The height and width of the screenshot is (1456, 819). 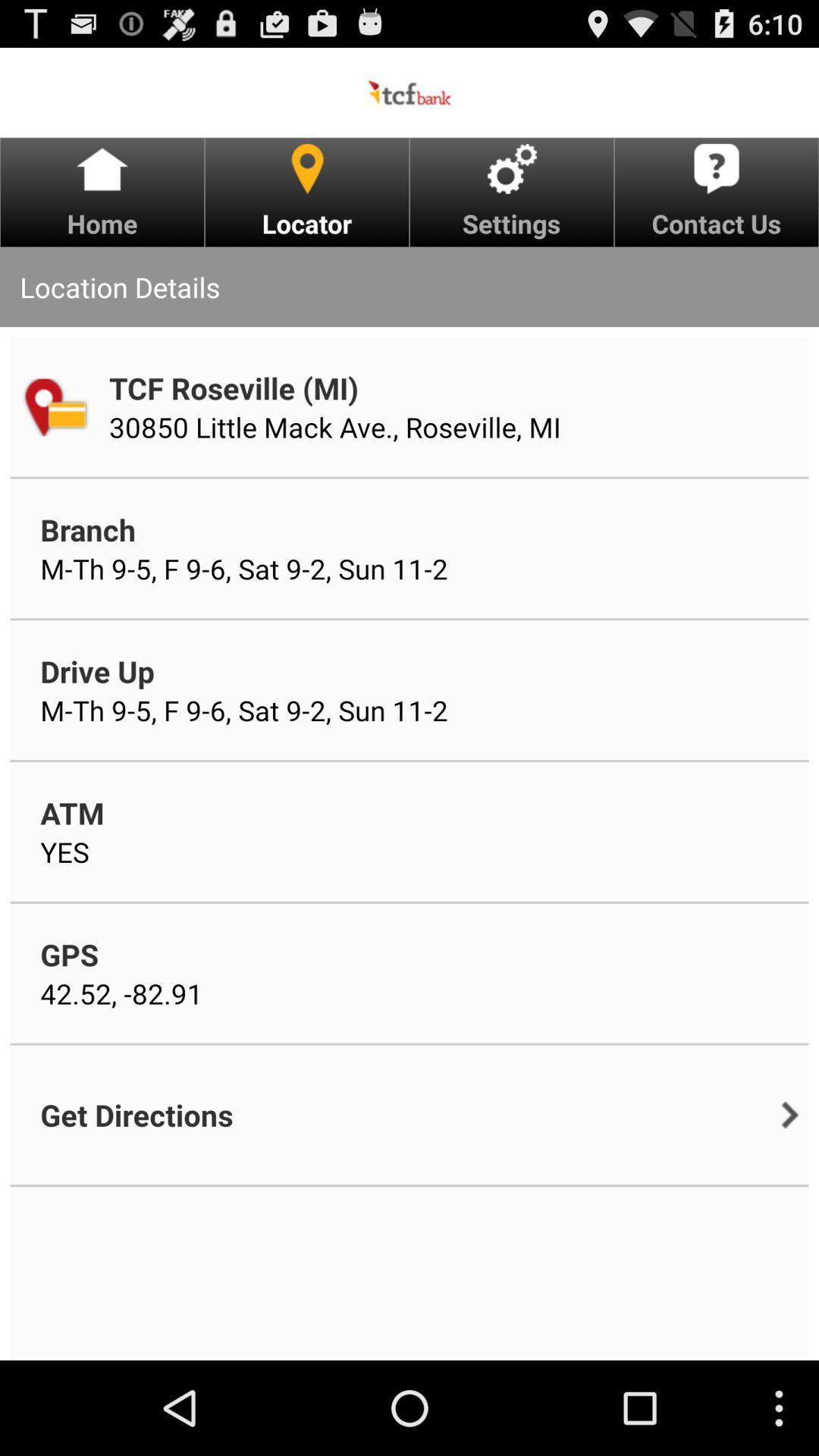 What do you see at coordinates (136, 1115) in the screenshot?
I see `app below 42 52 82 icon` at bounding box center [136, 1115].